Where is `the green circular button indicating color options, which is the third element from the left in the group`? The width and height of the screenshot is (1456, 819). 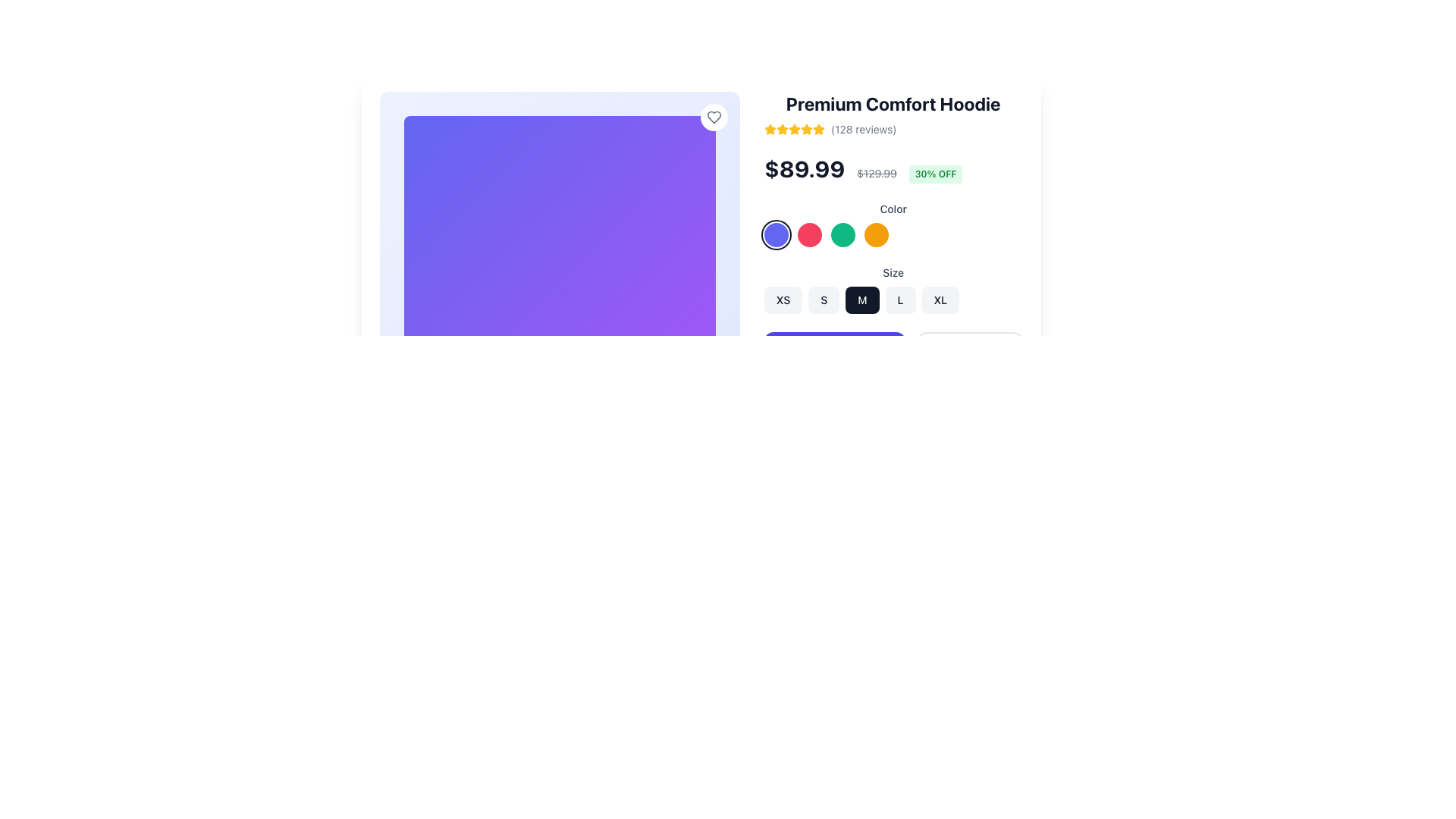 the green circular button indicating color options, which is the third element from the left in the group is located at coordinates (842, 234).